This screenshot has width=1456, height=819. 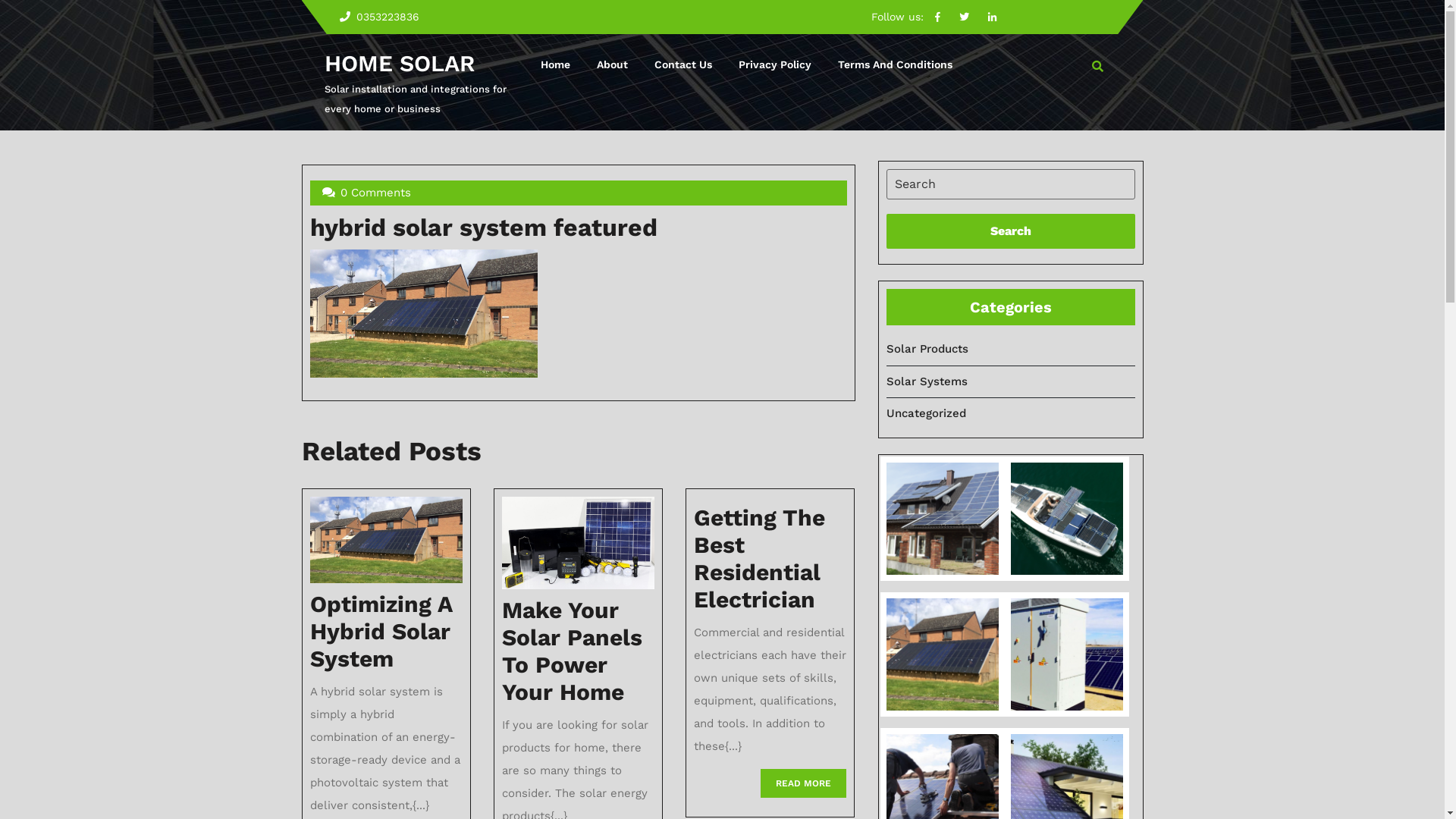 What do you see at coordinates (980, 16) in the screenshot?
I see `'Linkedin'` at bounding box center [980, 16].